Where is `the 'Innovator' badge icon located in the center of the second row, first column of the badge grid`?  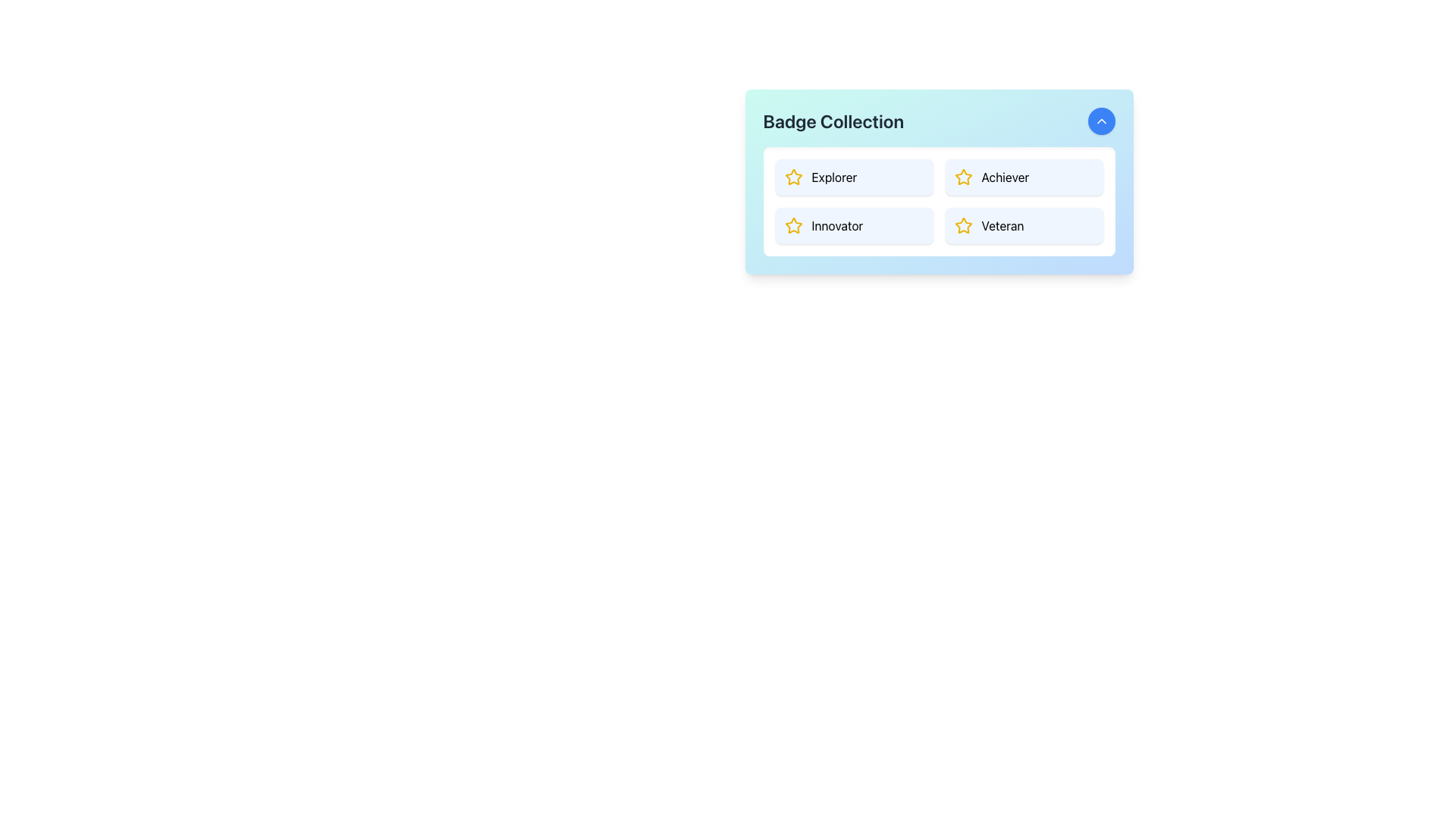
the 'Innovator' badge icon located in the center of the second row, first column of the badge grid is located at coordinates (792, 225).